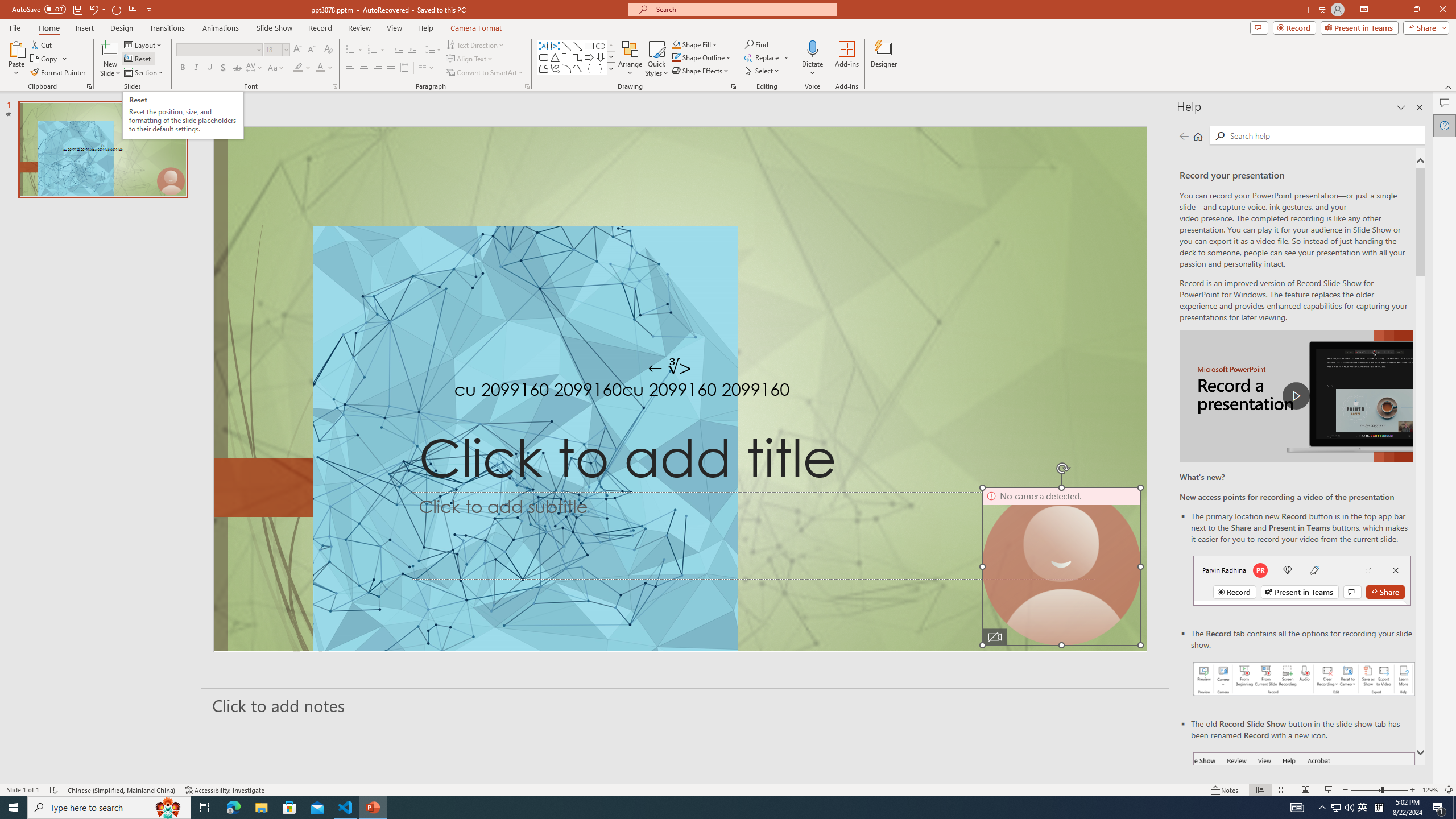 The height and width of the screenshot is (819, 1456). I want to click on 'Reset', so click(138, 59).